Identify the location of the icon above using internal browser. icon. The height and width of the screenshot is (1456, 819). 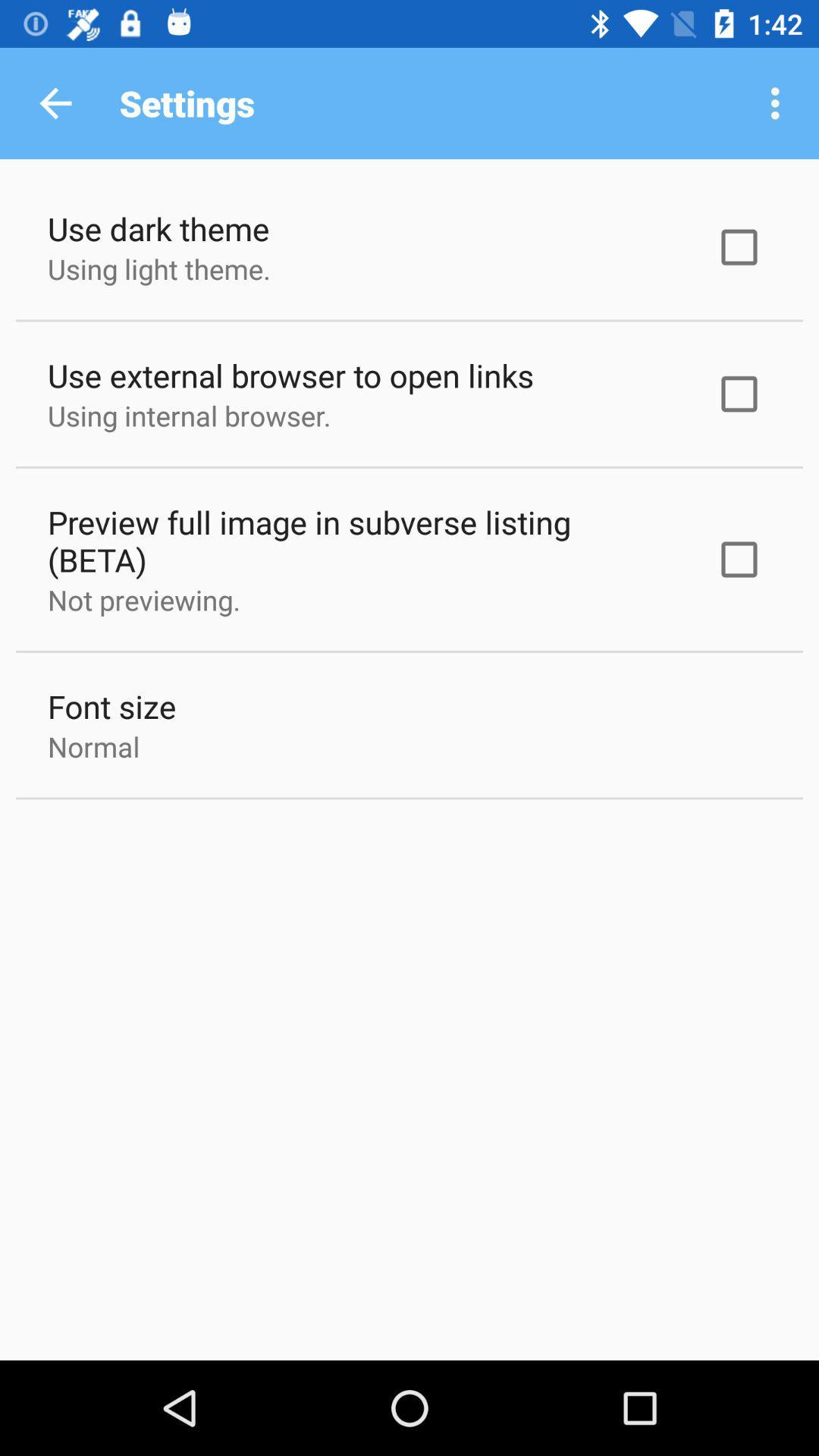
(290, 375).